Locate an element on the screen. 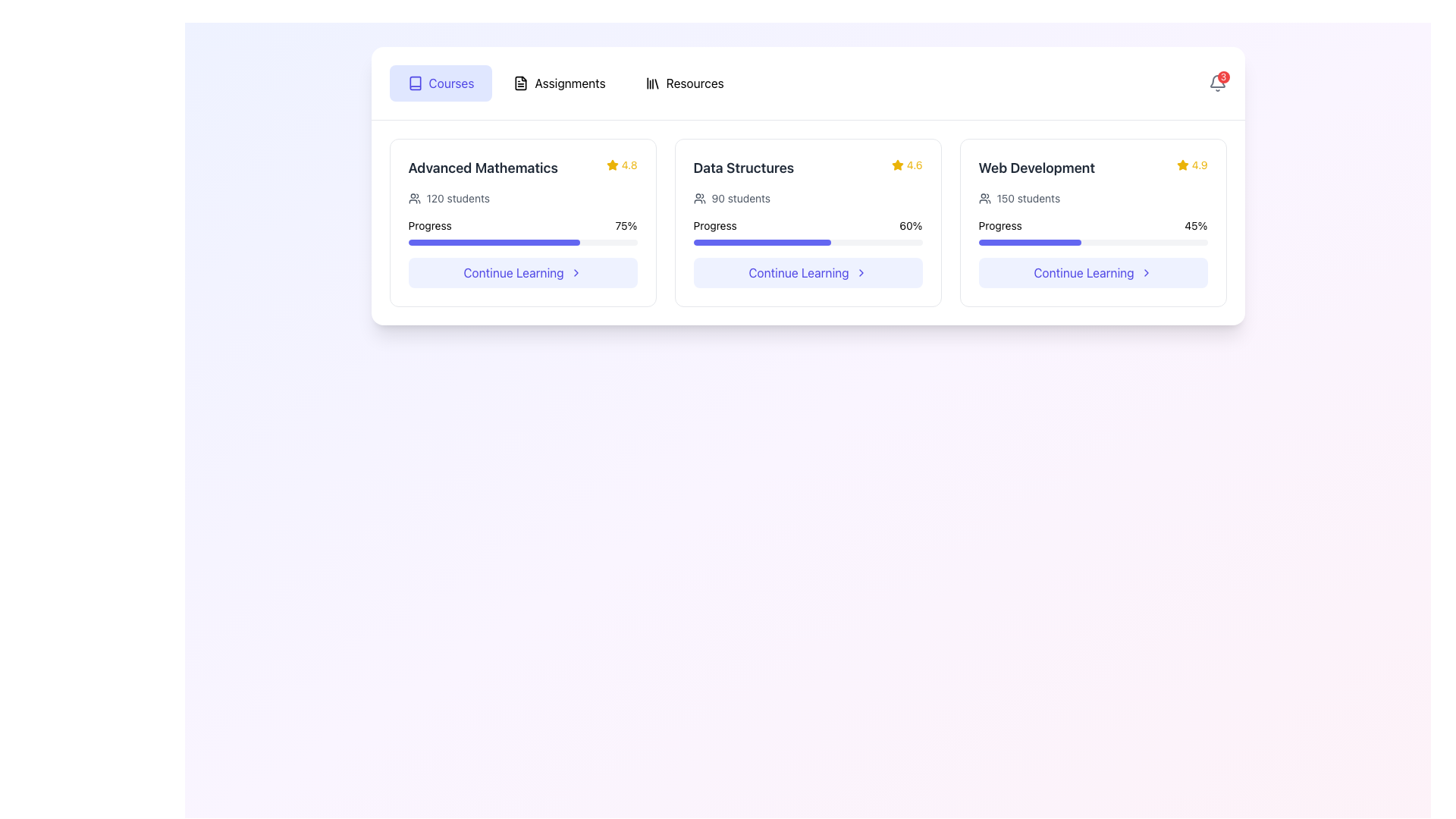  the title 'Web Development' is located at coordinates (1093, 168).